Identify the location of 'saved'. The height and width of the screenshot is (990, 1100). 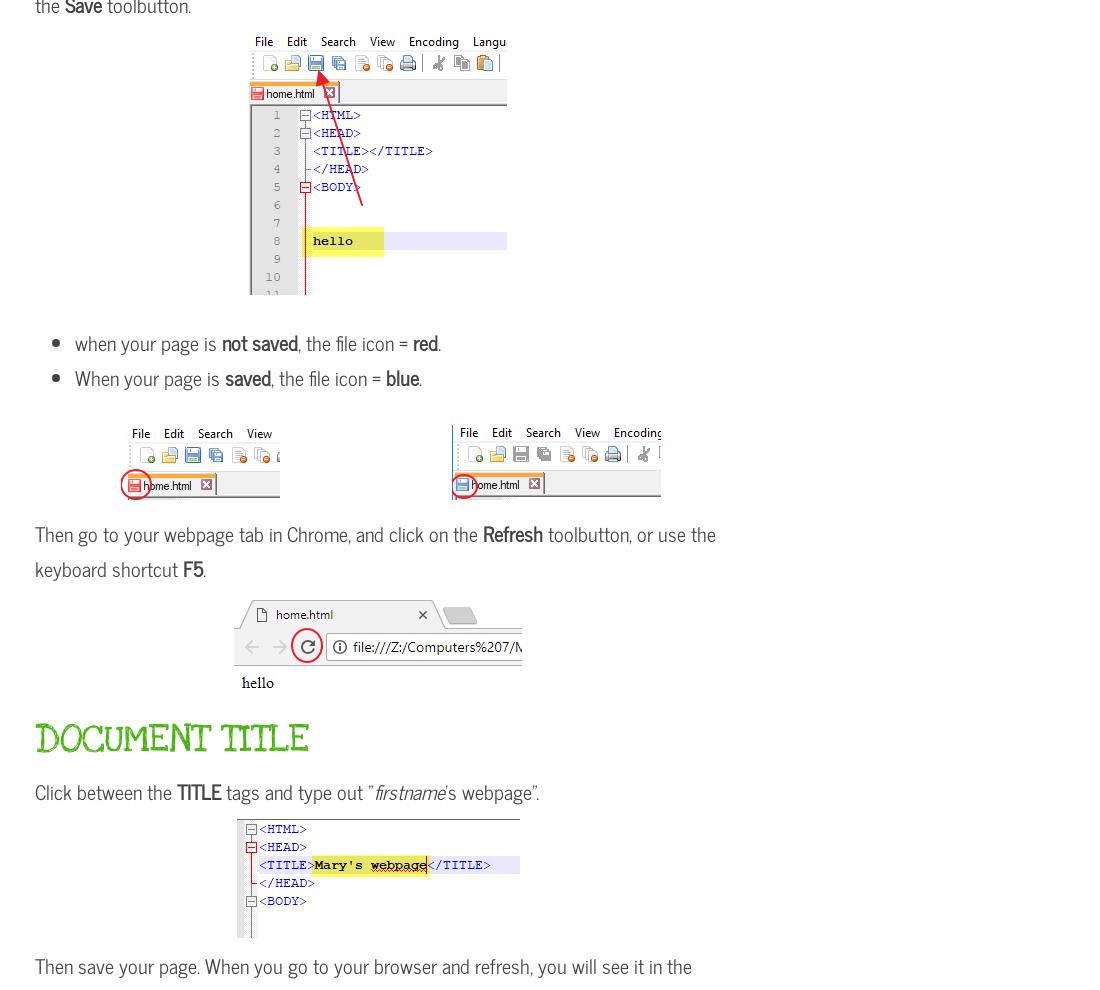
(248, 377).